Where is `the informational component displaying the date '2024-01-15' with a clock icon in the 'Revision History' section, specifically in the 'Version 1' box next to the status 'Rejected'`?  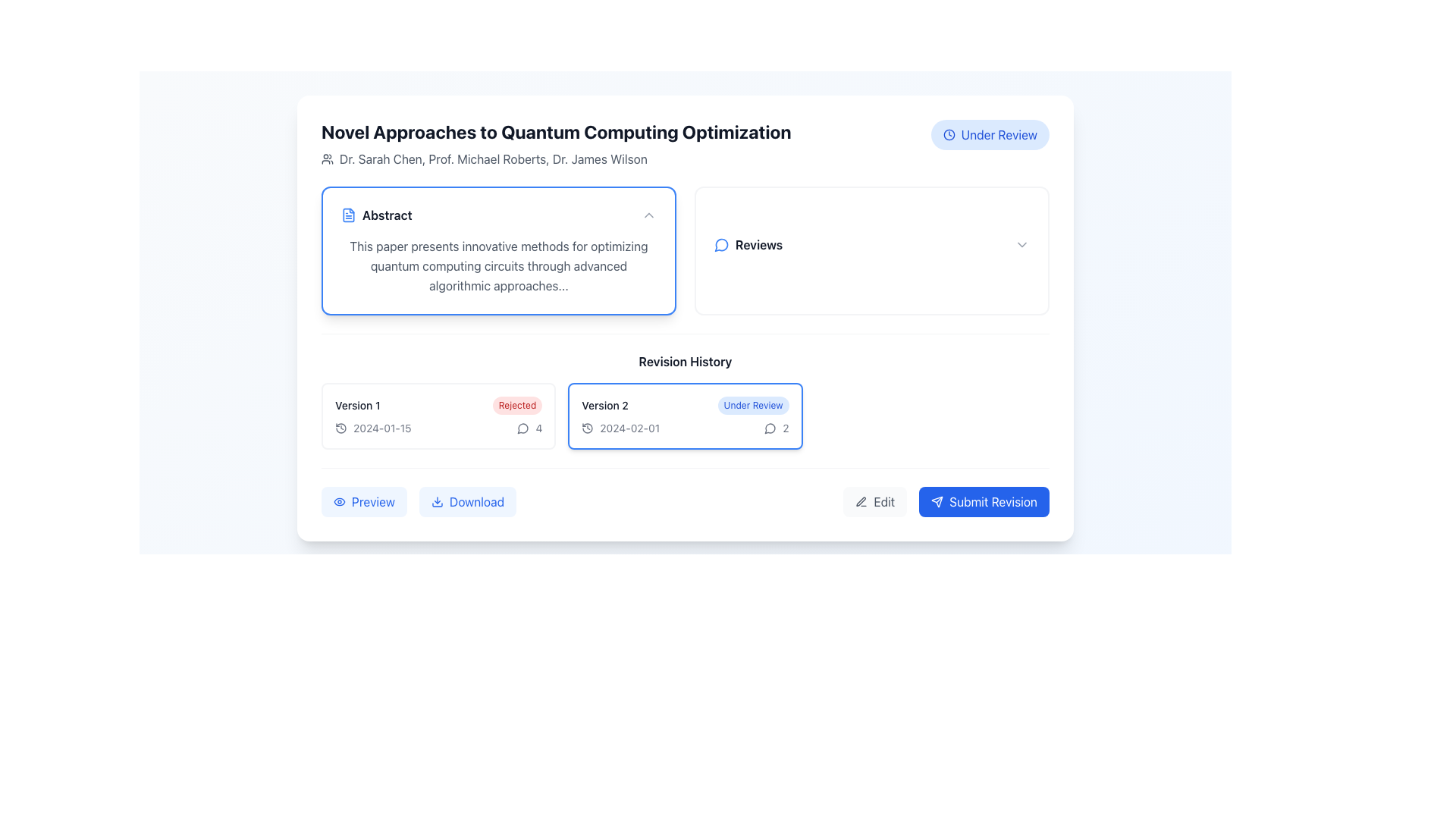
the informational component displaying the date '2024-01-15' with a clock icon in the 'Revision History' section, specifically in the 'Version 1' box next to the status 'Rejected' is located at coordinates (373, 428).